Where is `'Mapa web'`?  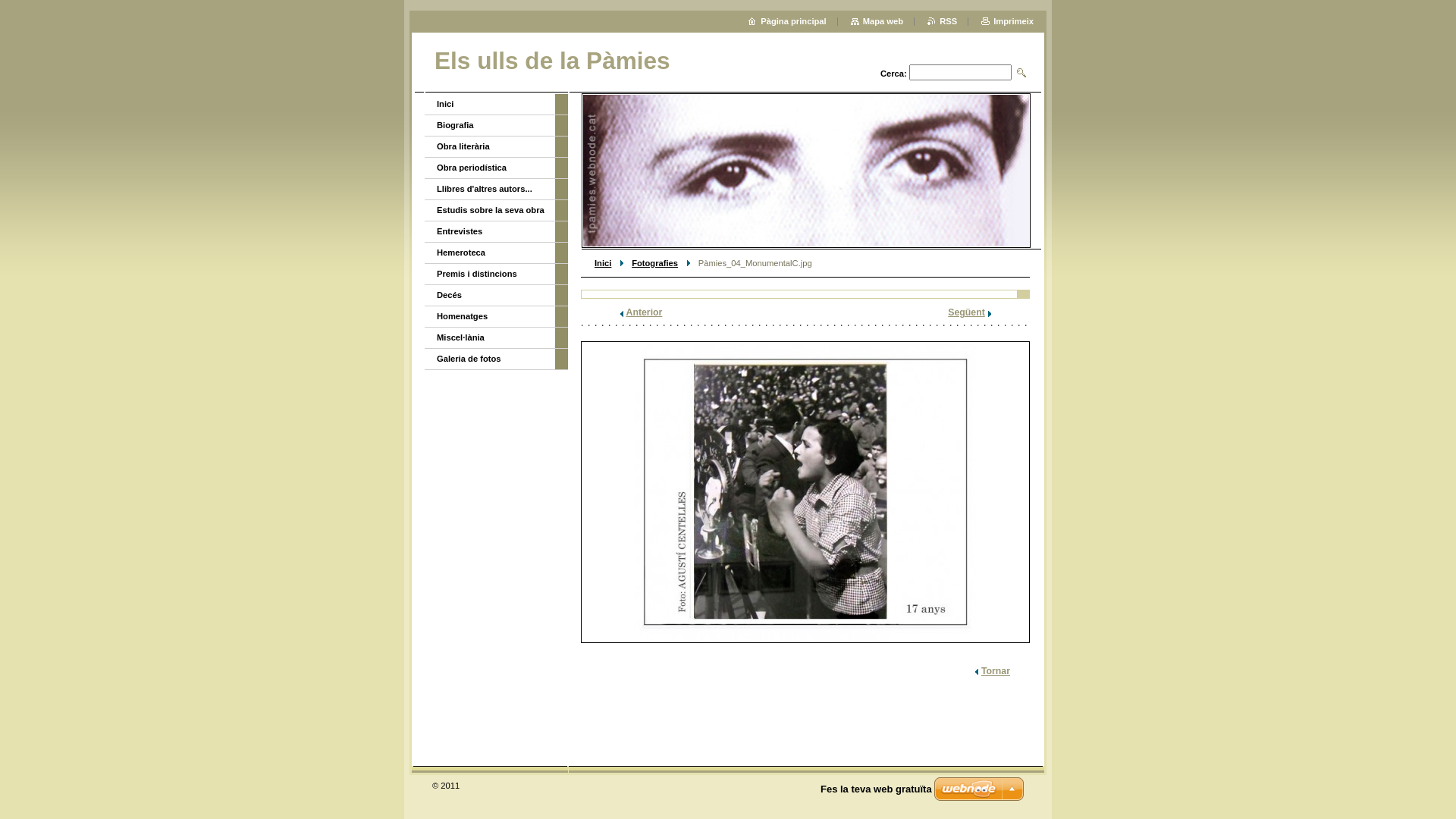
'Mapa web' is located at coordinates (851, 20).